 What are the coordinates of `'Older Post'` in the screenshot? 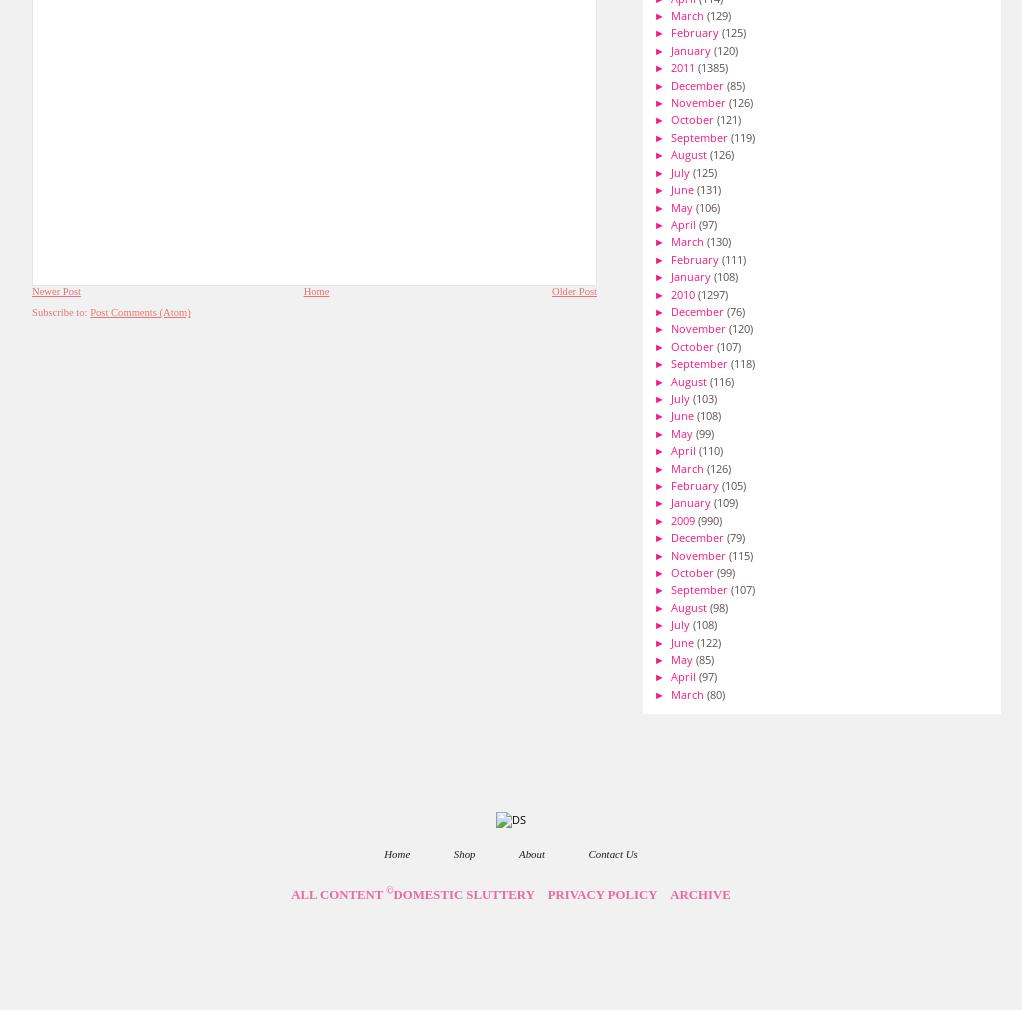 It's located at (574, 291).